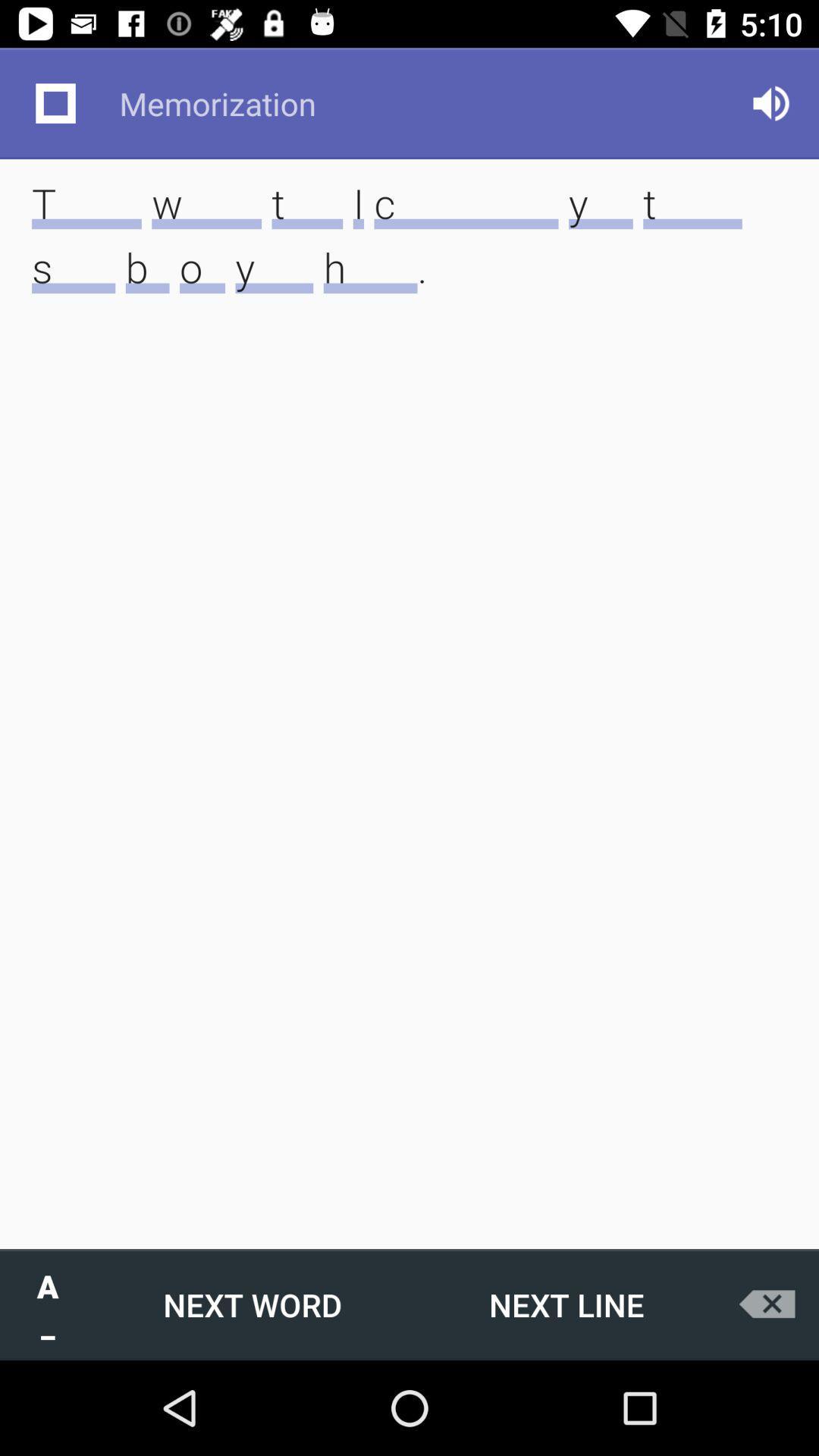 The image size is (819, 1456). Describe the element at coordinates (251, 1304) in the screenshot. I see `the icon next to the next line icon` at that location.